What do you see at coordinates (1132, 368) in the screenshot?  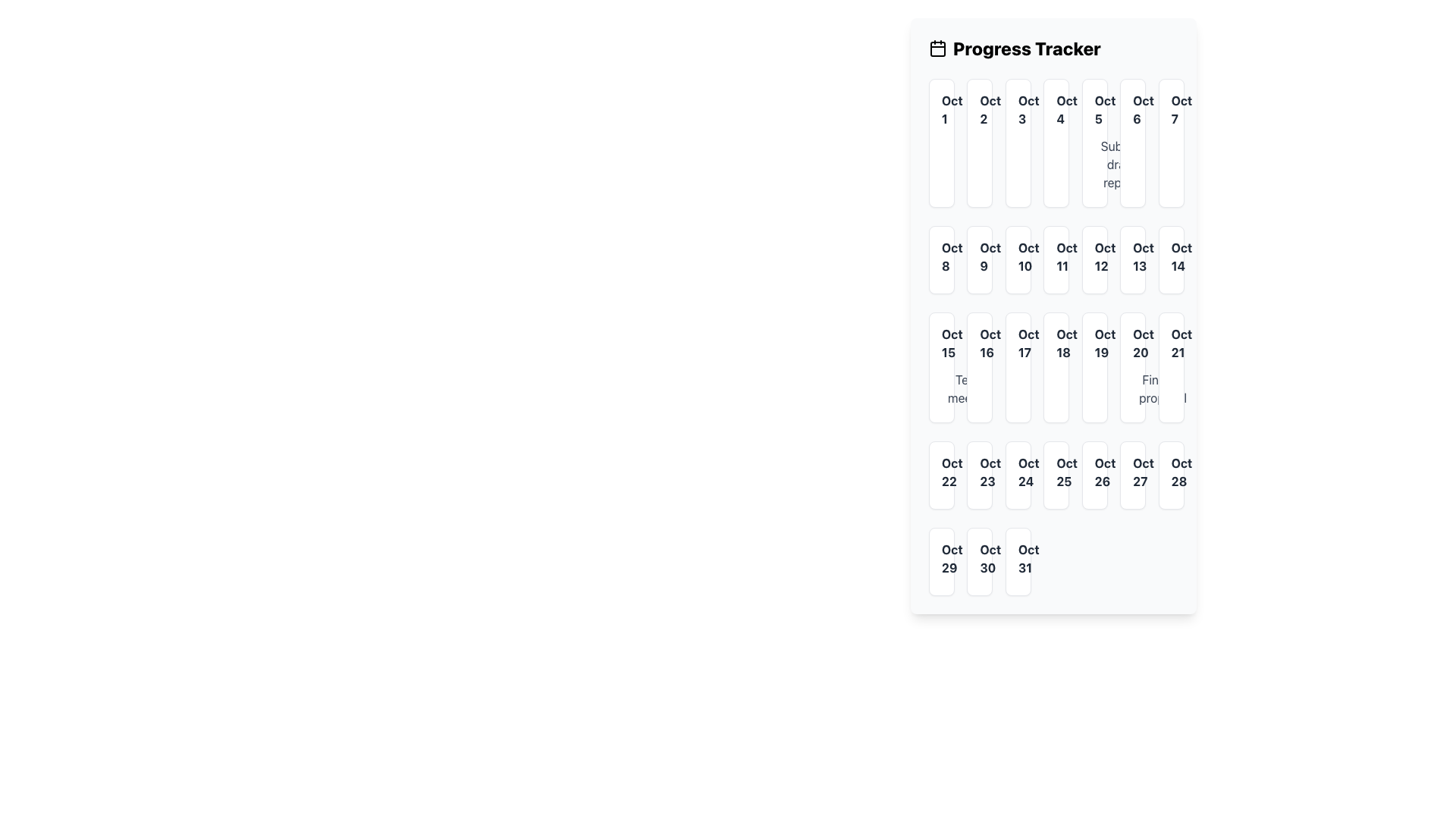 I see `associated events of the day tile component located in the sixth column of the fourth row of the calendar interface, under the date 'Oct 19'` at bounding box center [1132, 368].